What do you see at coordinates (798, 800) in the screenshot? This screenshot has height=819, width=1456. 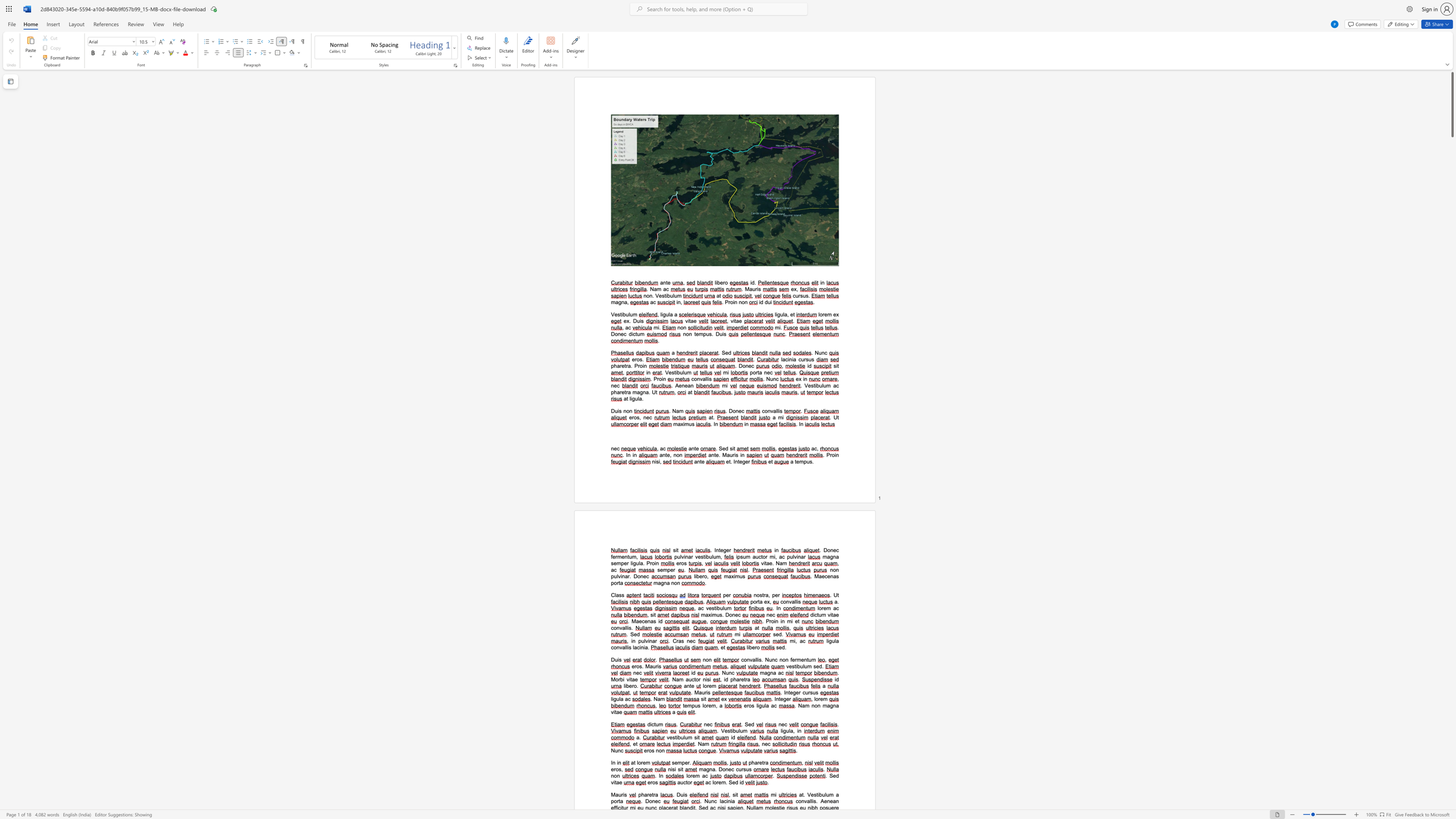 I see `the space between the continuous character "c" and "o" in the text` at bounding box center [798, 800].